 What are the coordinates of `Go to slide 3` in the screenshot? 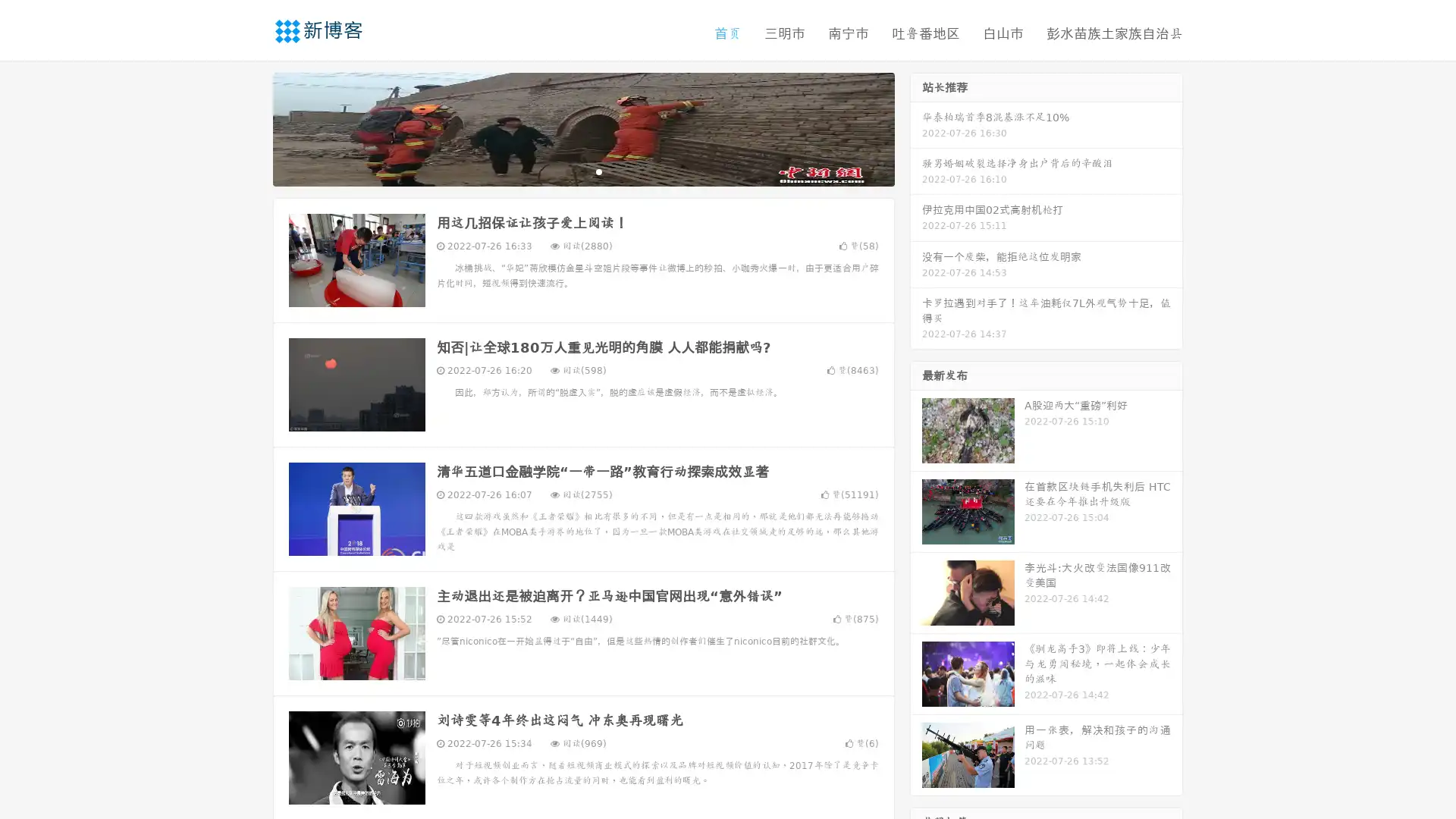 It's located at (598, 171).